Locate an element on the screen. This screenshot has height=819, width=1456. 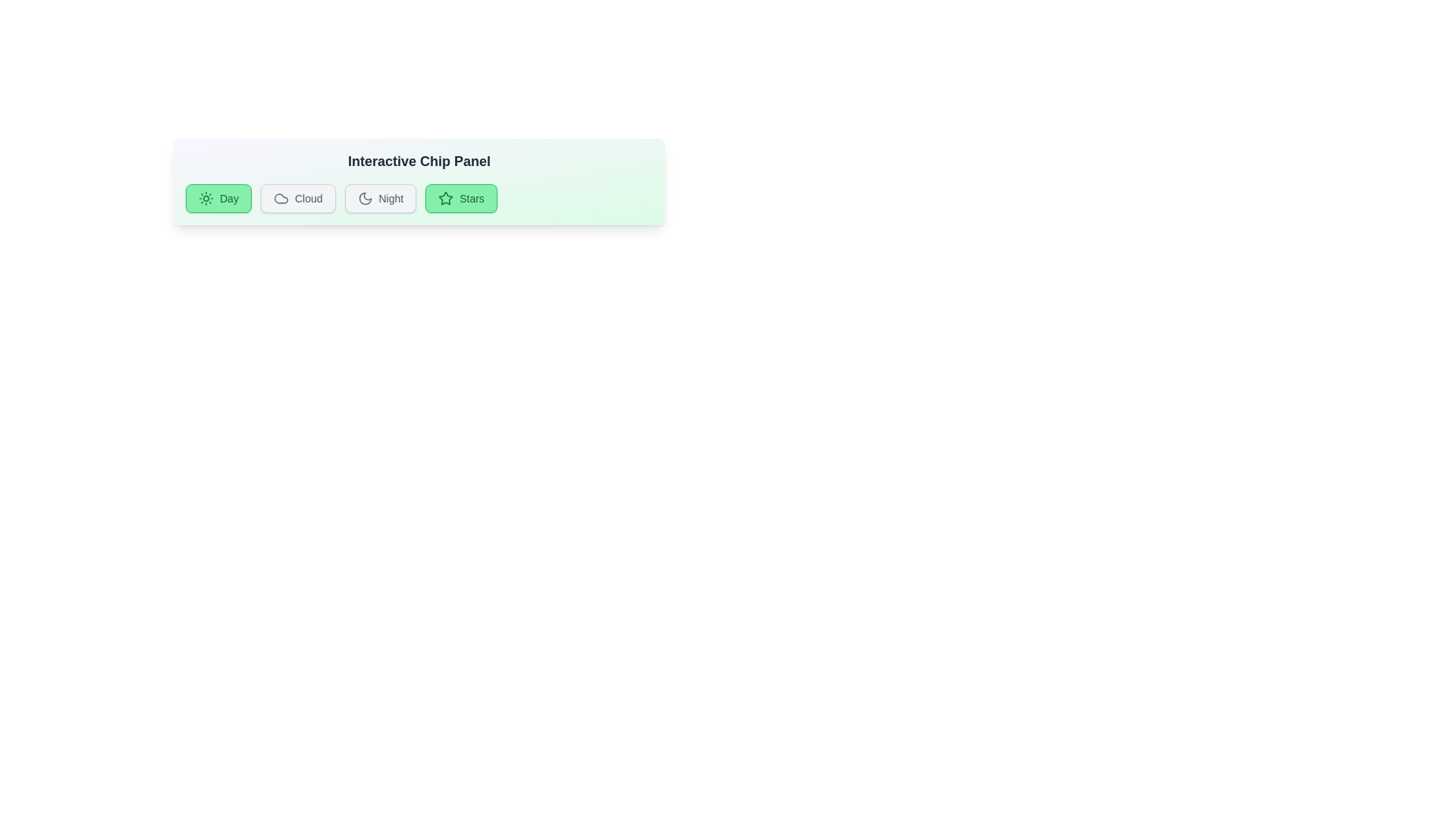
the chip labeled Night is located at coordinates (380, 198).